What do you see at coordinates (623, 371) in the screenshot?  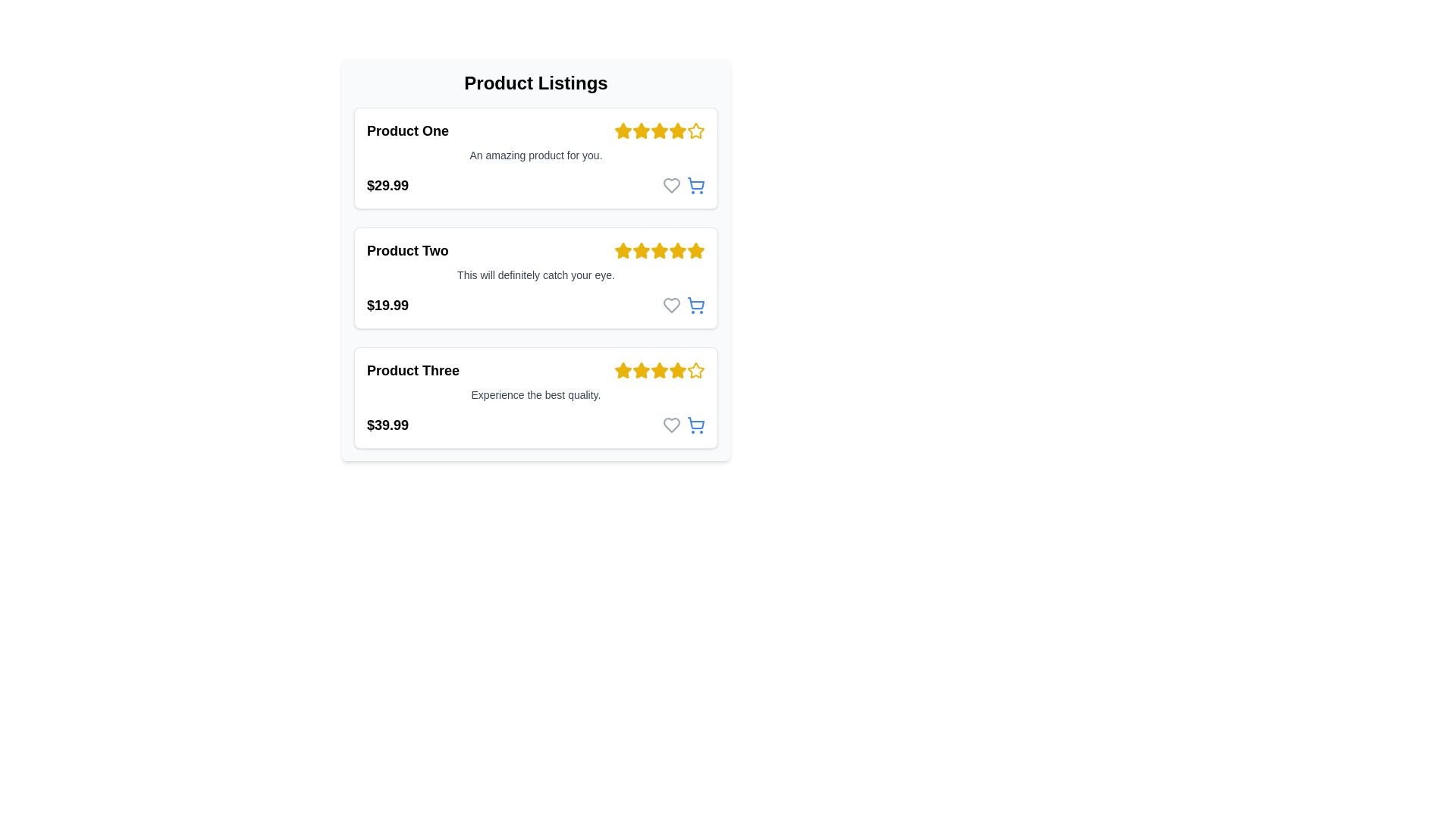 I see `the first star icon in the rating system located in the 'Product Three' section under 'Product Listings'` at bounding box center [623, 371].